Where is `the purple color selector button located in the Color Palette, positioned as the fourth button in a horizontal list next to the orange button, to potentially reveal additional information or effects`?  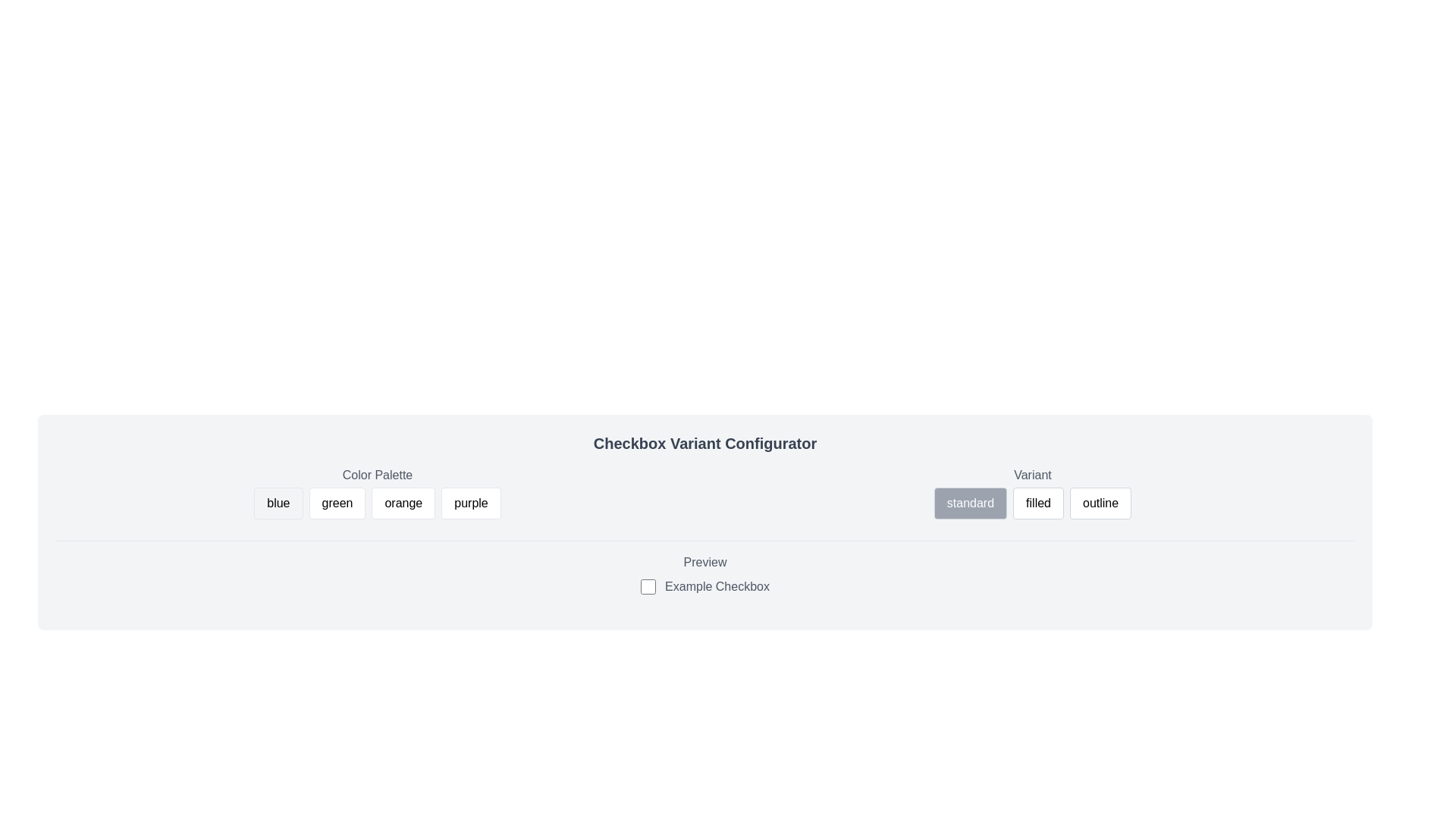 the purple color selector button located in the Color Palette, positioned as the fourth button in a horizontal list next to the orange button, to potentially reveal additional information or effects is located at coordinates (470, 503).